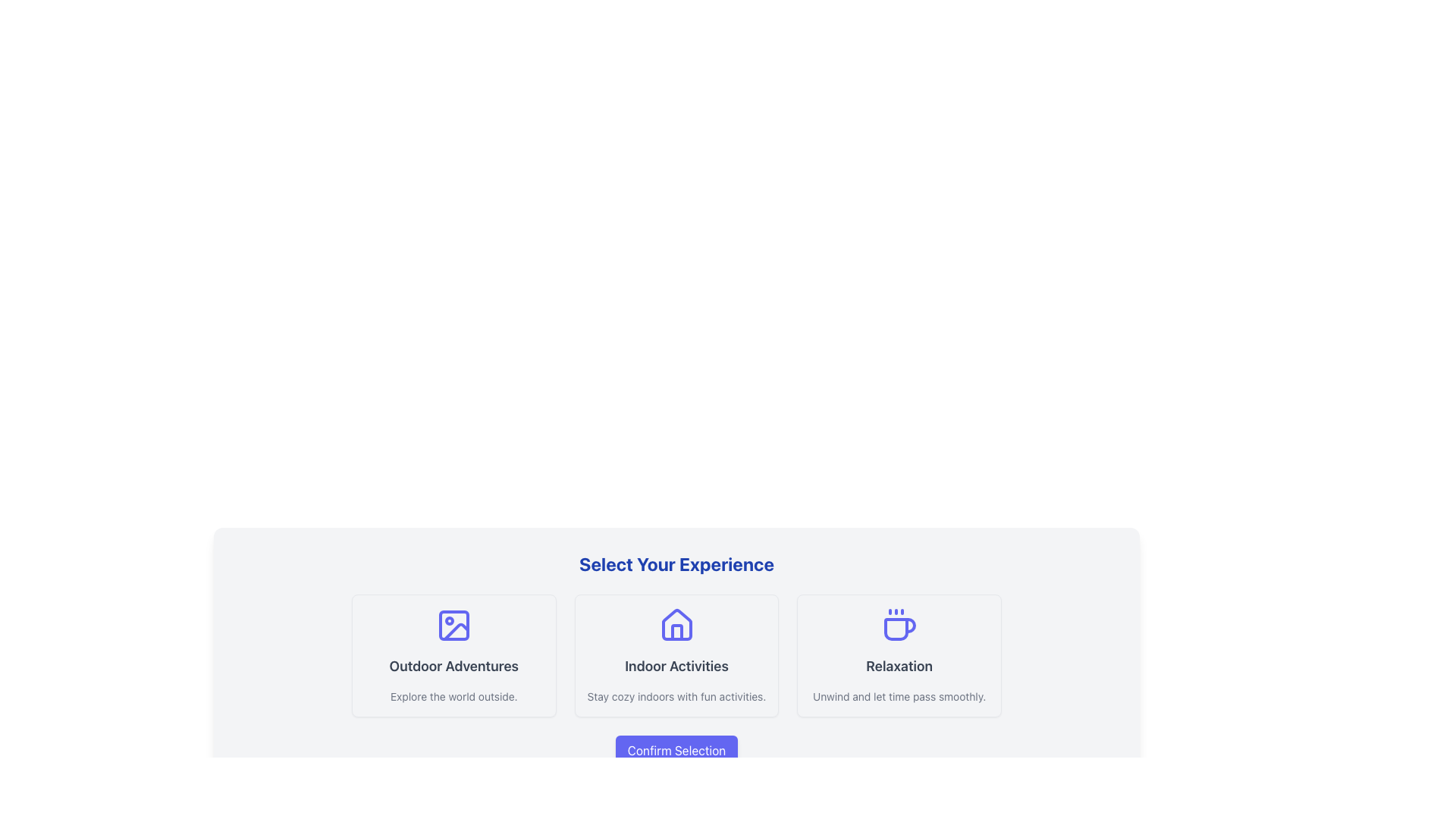  What do you see at coordinates (899, 666) in the screenshot?
I see `the 'Relaxation' text label, which serves as a title for its card and is the last in a horizontally aligned list of sibling titles` at bounding box center [899, 666].